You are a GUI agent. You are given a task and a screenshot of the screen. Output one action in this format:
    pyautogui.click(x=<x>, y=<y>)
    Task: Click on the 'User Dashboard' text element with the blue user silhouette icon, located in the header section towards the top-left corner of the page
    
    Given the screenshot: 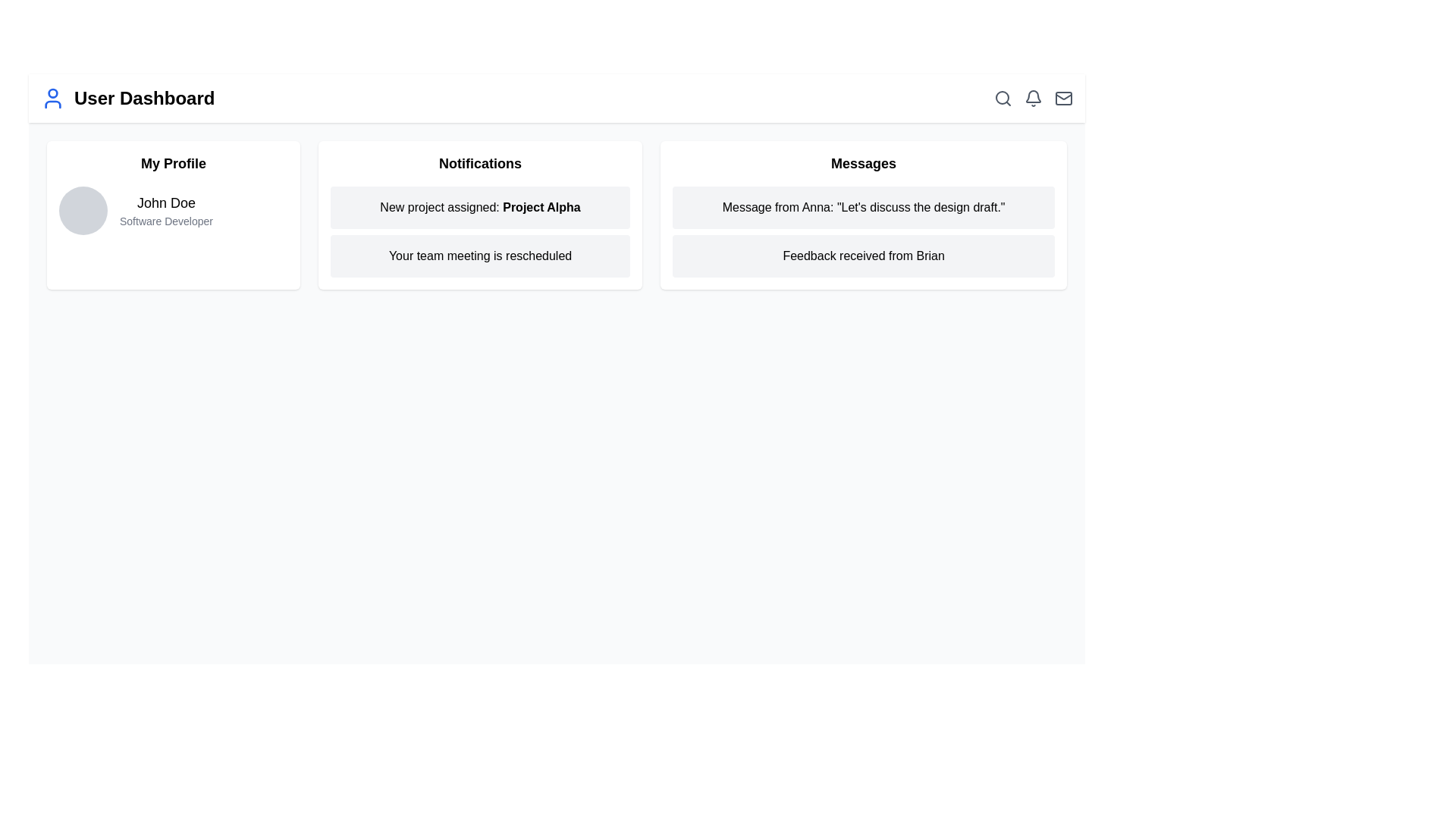 What is the action you would take?
    pyautogui.click(x=127, y=99)
    